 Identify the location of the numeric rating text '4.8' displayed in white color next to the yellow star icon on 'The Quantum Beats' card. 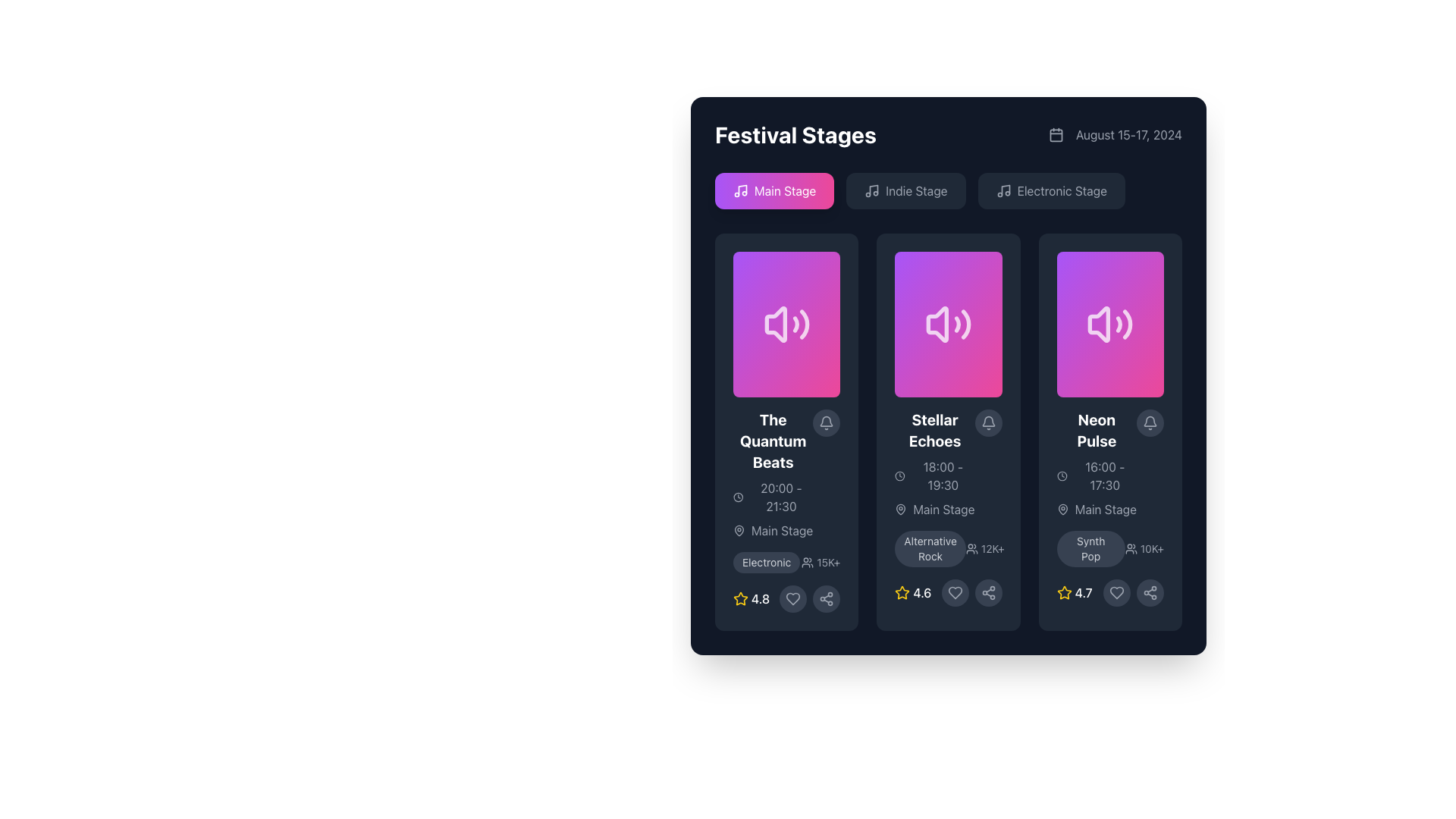
(761, 598).